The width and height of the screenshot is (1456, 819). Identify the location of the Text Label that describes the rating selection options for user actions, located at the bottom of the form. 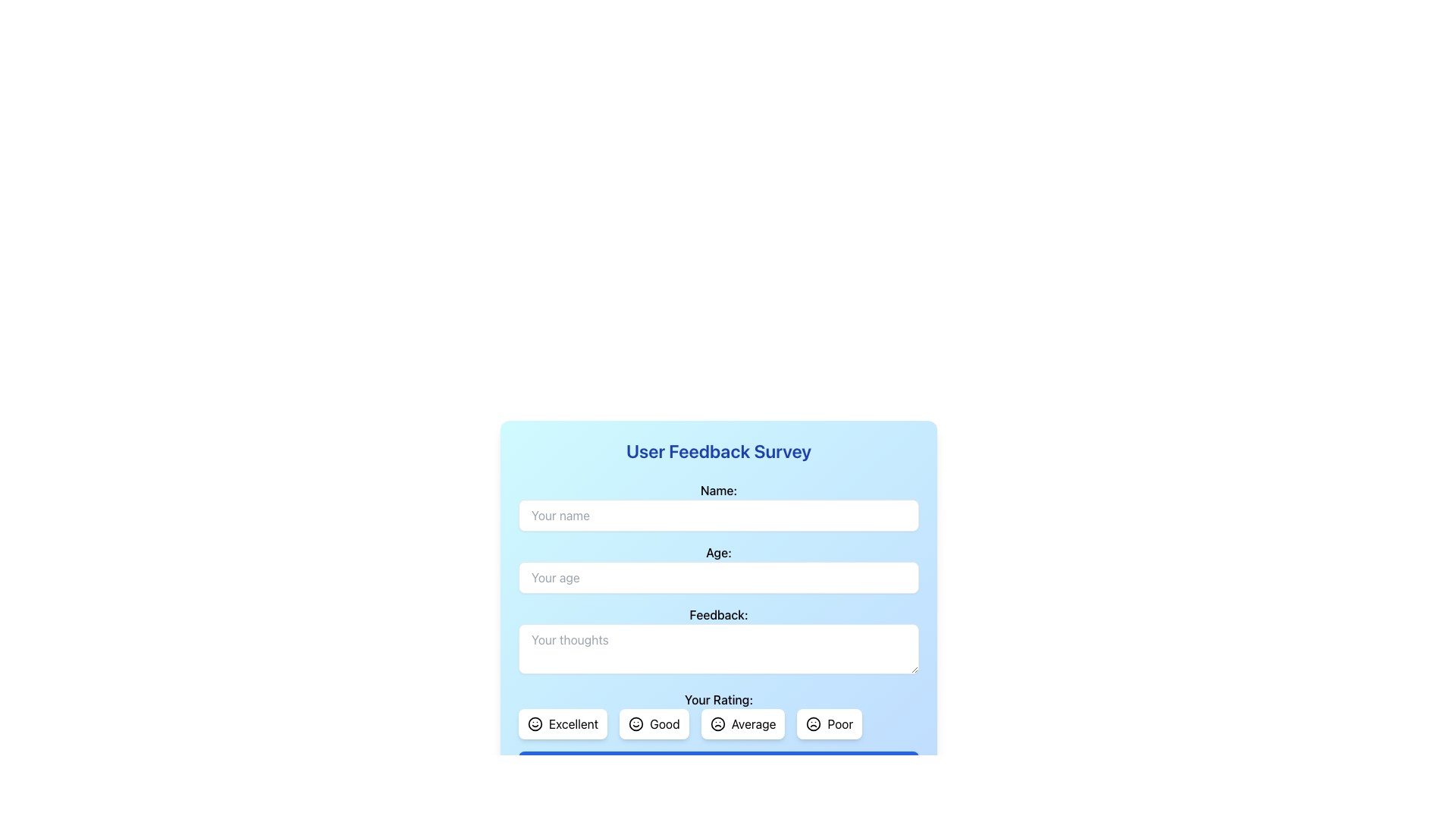
(718, 699).